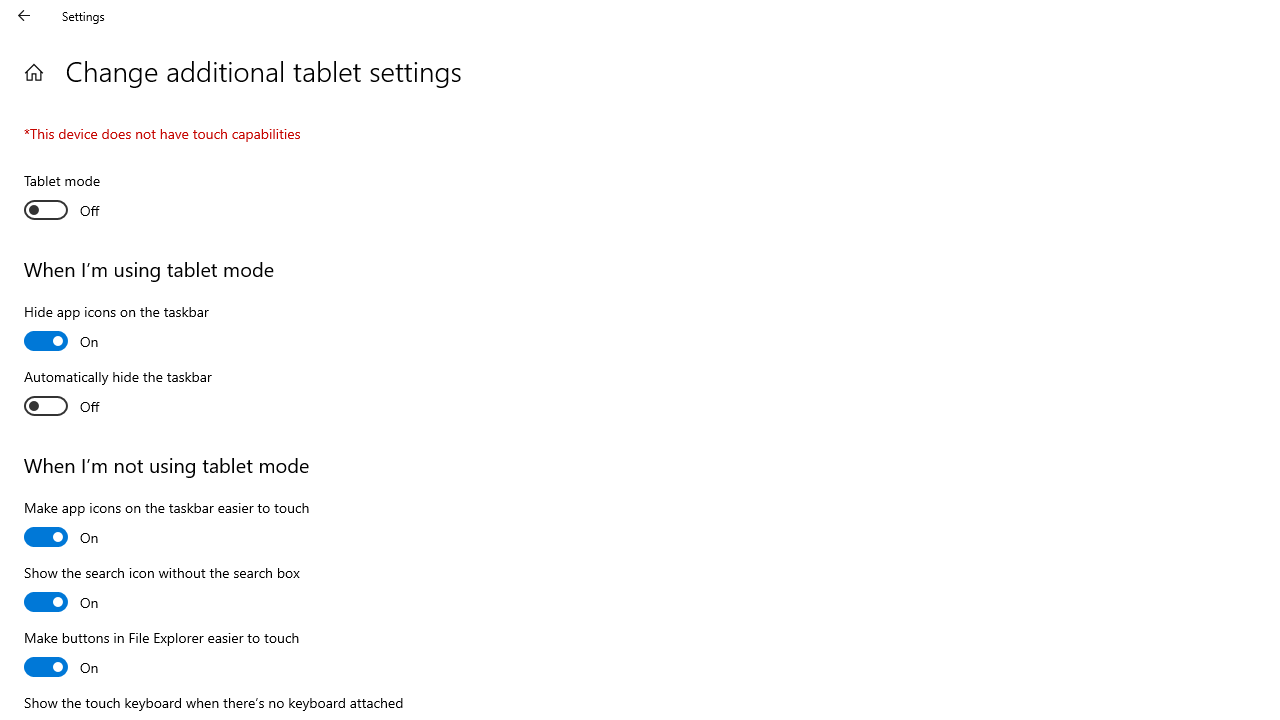 This screenshot has width=1280, height=720. What do you see at coordinates (33, 71) in the screenshot?
I see `'Home'` at bounding box center [33, 71].